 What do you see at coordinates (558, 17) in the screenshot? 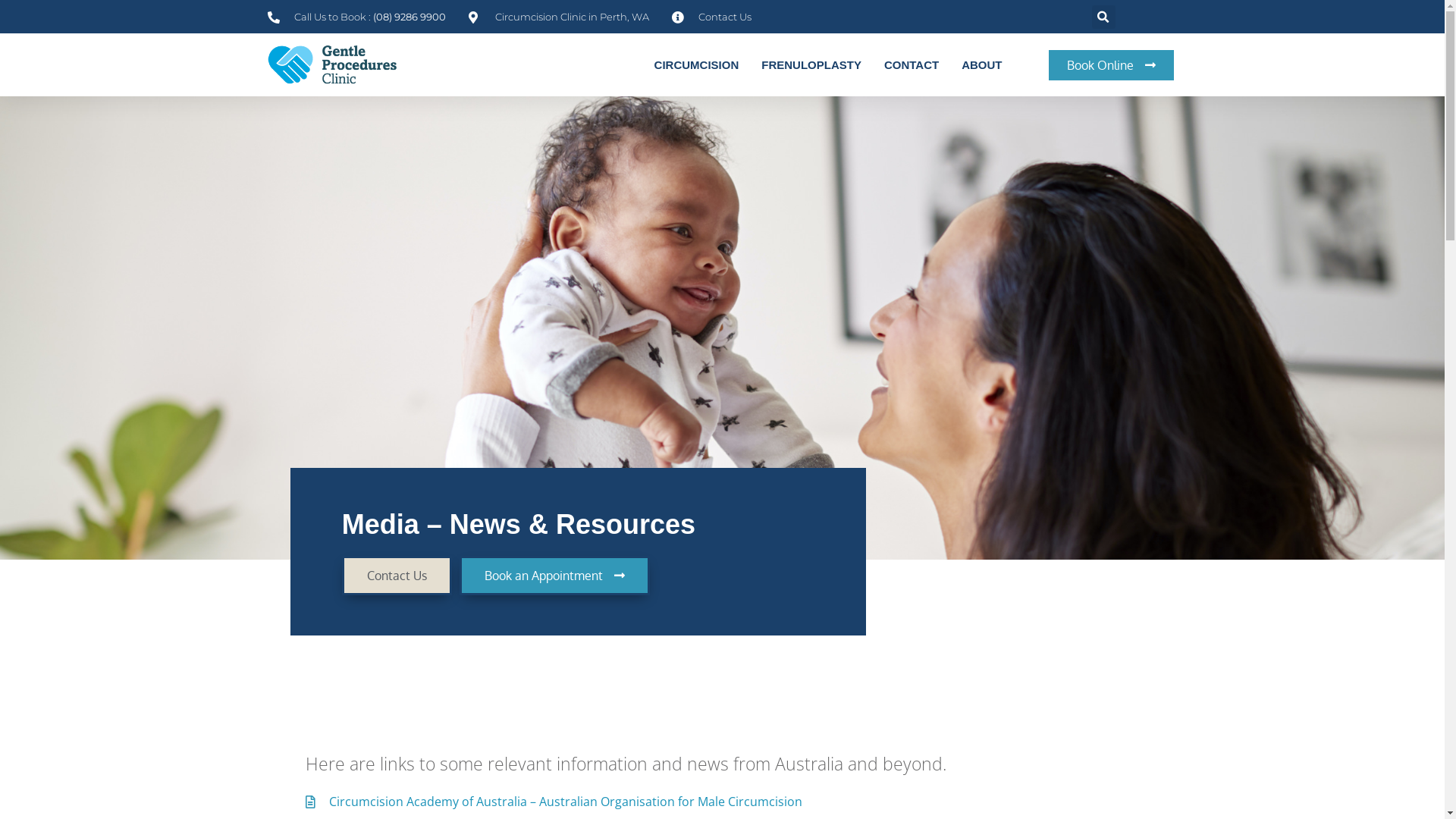
I see `'Circumcision Clinic in Perth, WA'` at bounding box center [558, 17].